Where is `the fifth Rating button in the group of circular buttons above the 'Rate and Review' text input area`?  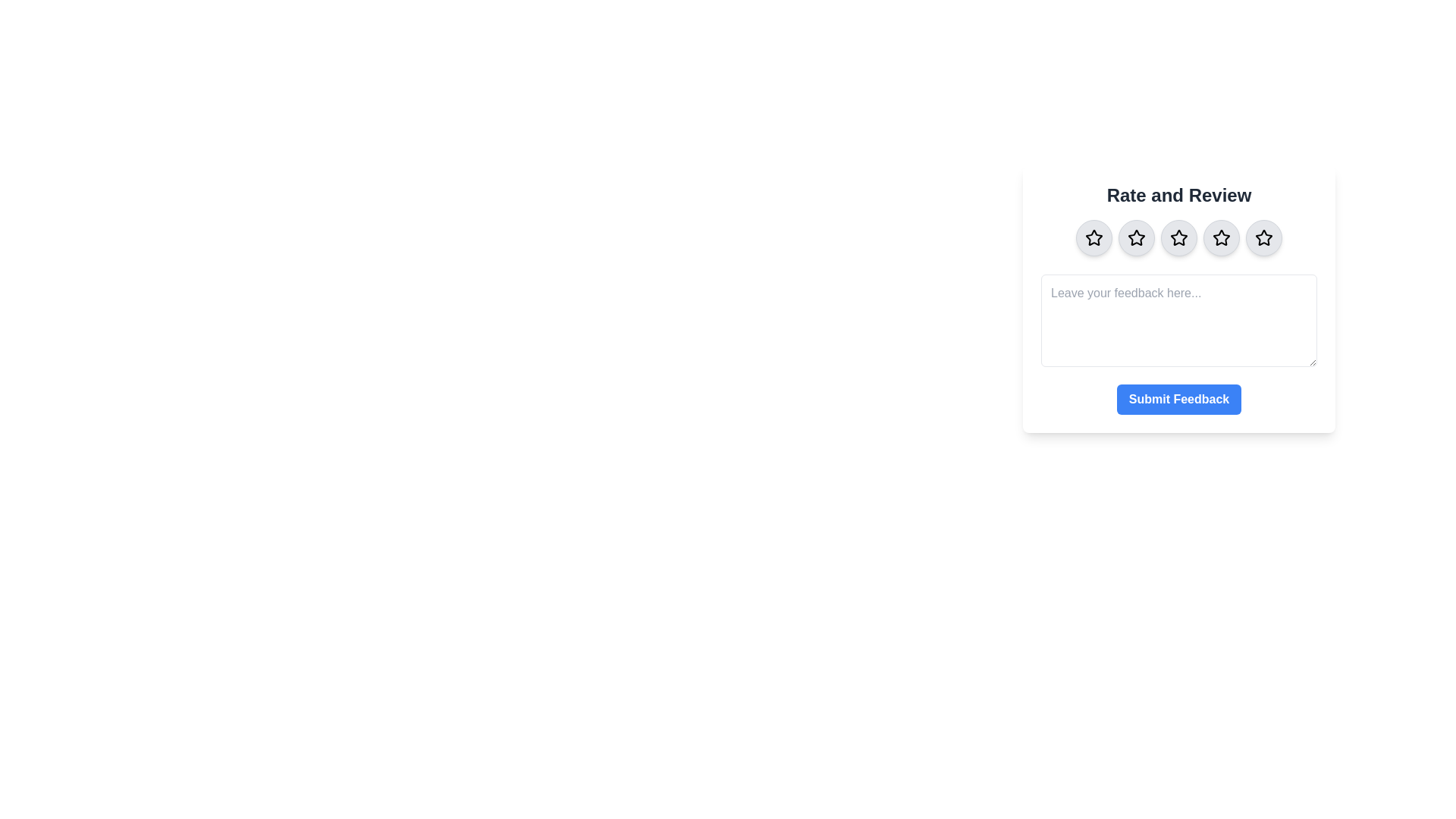 the fifth Rating button in the group of circular buttons above the 'Rate and Review' text input area is located at coordinates (1263, 237).